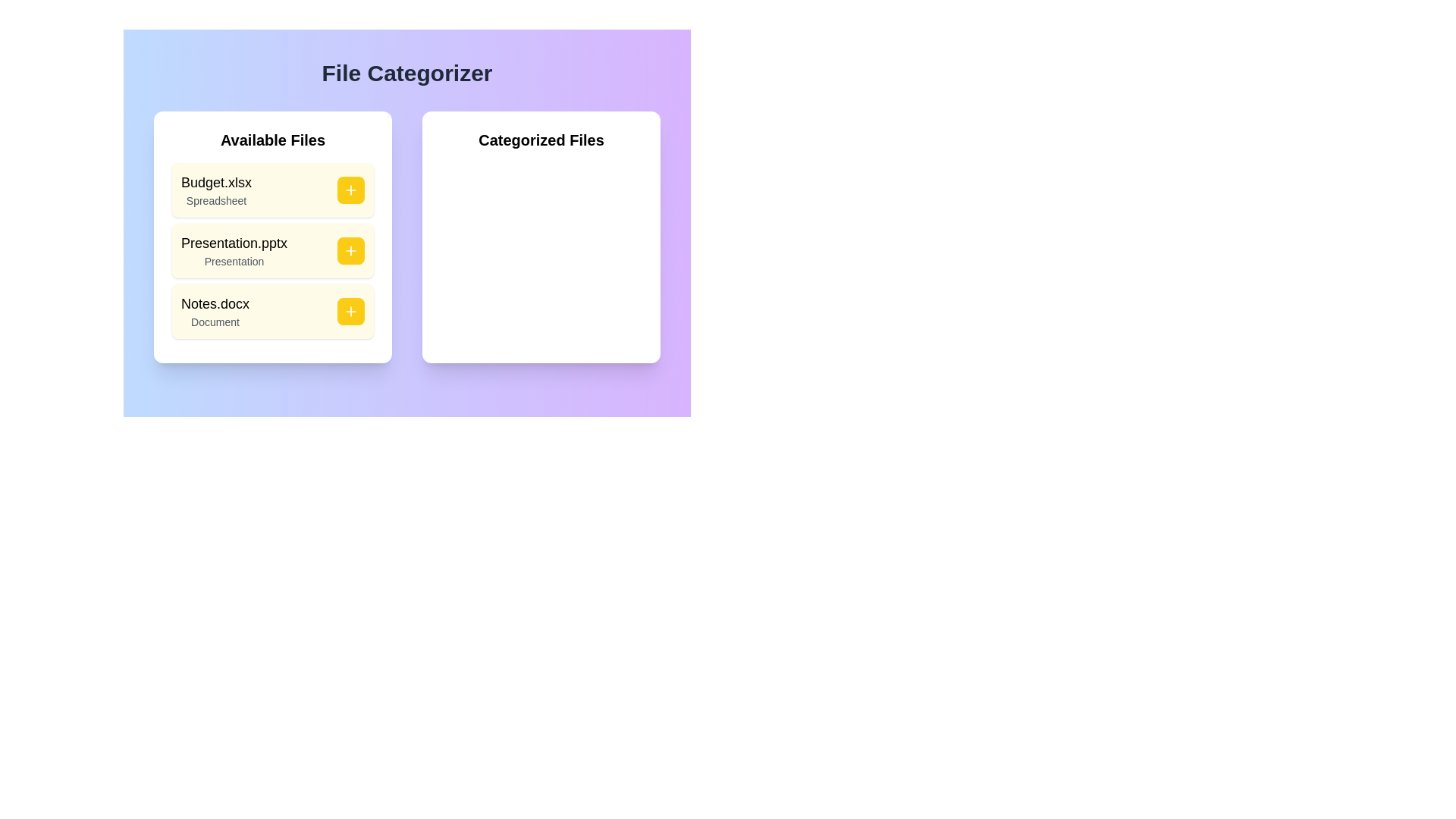  I want to click on text label displaying 'Notes.docx' with the subtitle 'Document' located in the bottom row of the 'Available Files' section, so click(214, 311).